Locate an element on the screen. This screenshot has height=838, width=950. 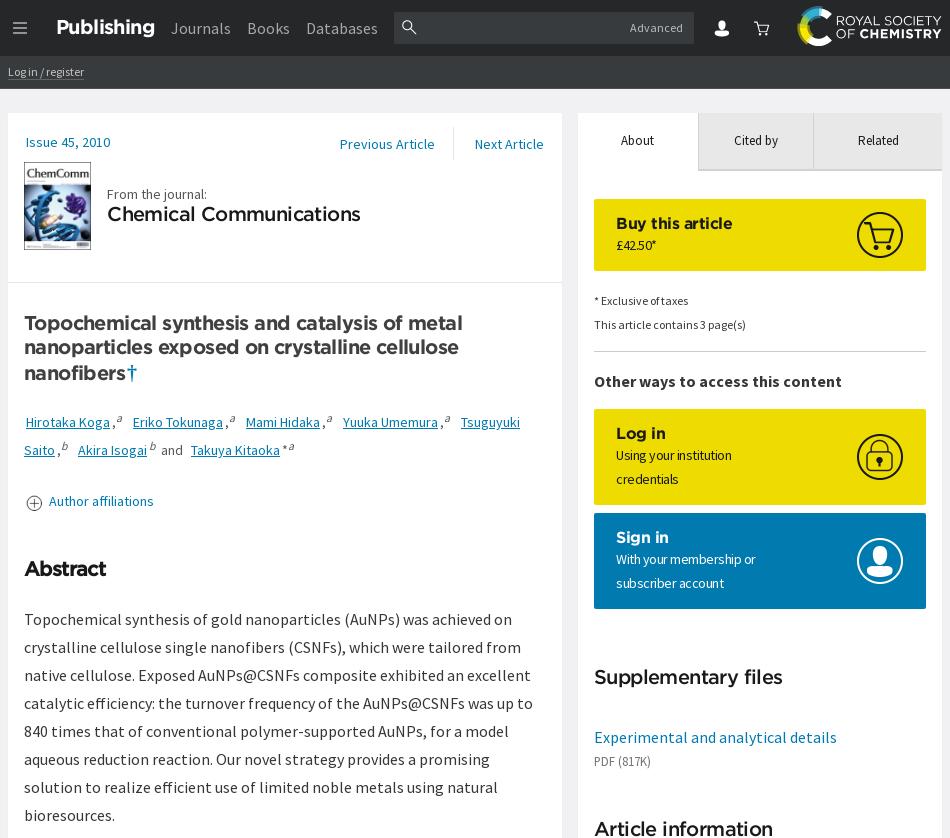
'reaction. Our novel strategy provides a promising solution to realize efficient use of limited noble metals using natural bioresources.' is located at coordinates (24, 784).